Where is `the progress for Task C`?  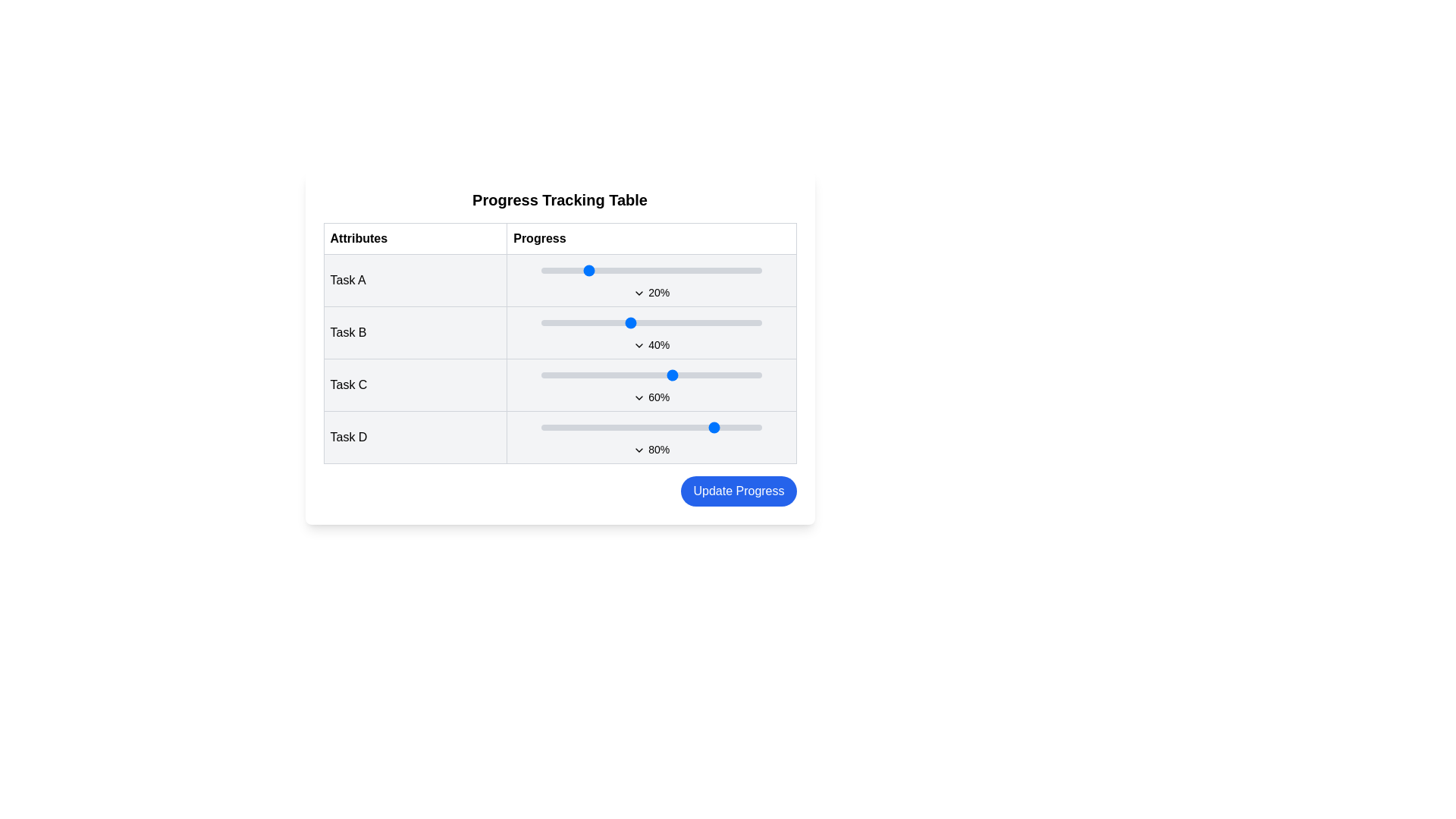
the progress for Task C is located at coordinates (699, 375).